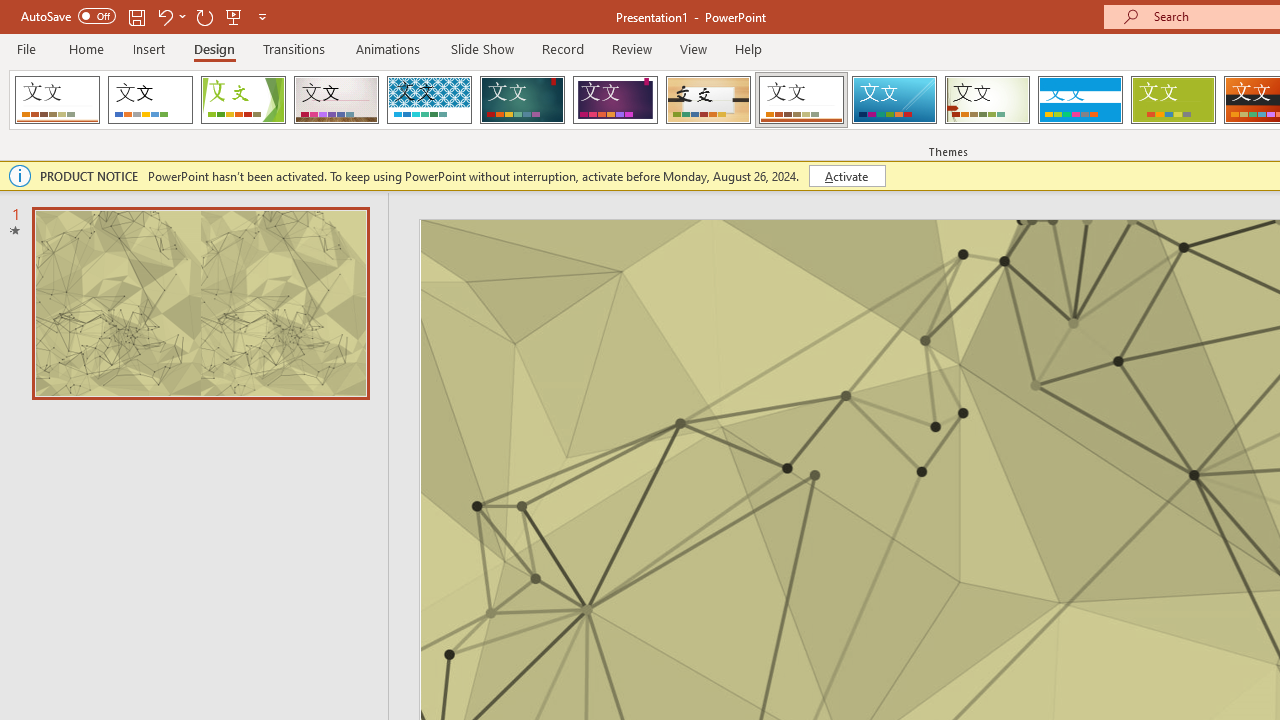 The width and height of the screenshot is (1280, 720). I want to click on 'FadeVTI', so click(57, 100).